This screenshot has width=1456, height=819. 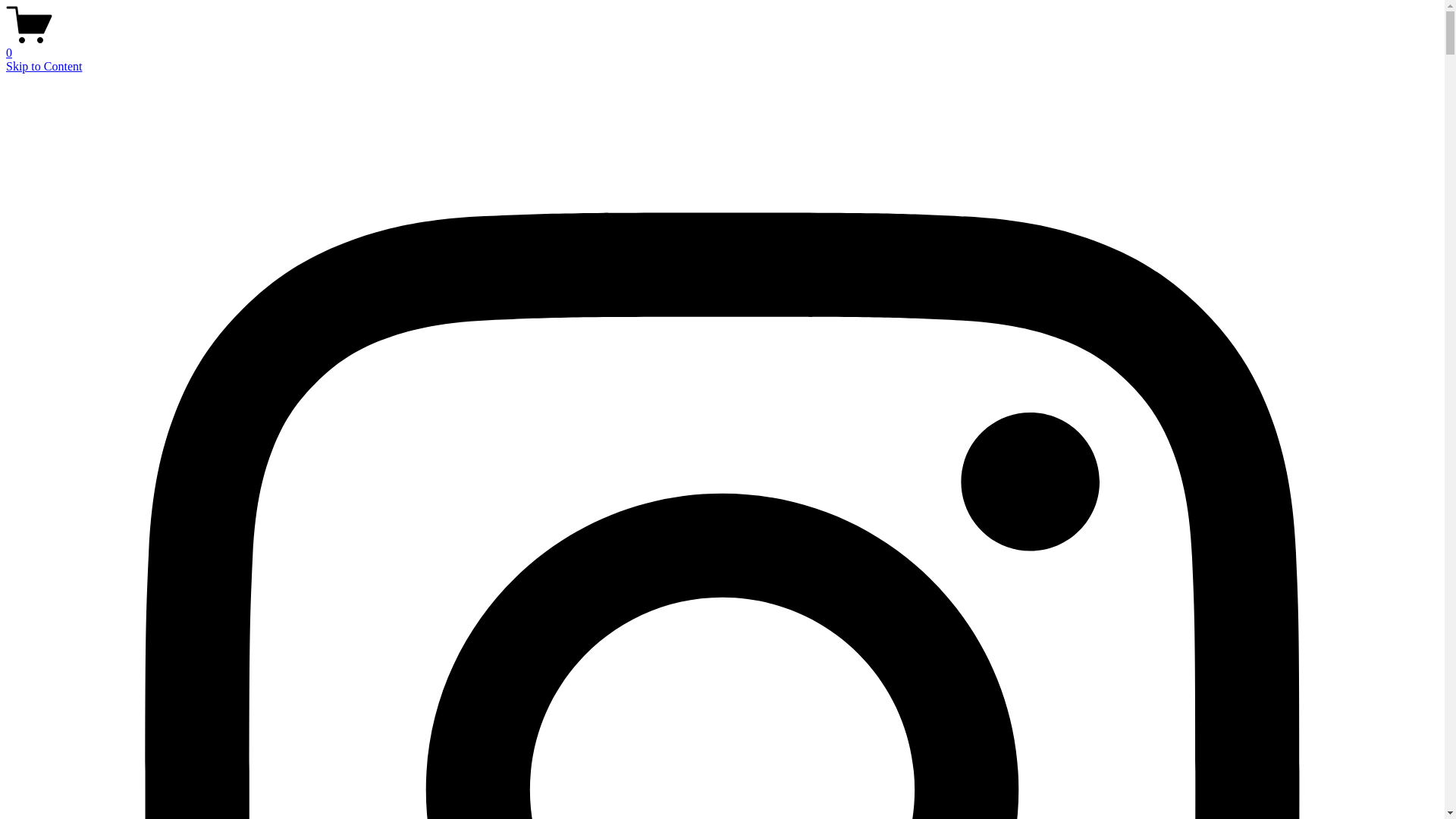 I want to click on '0', so click(x=721, y=45).